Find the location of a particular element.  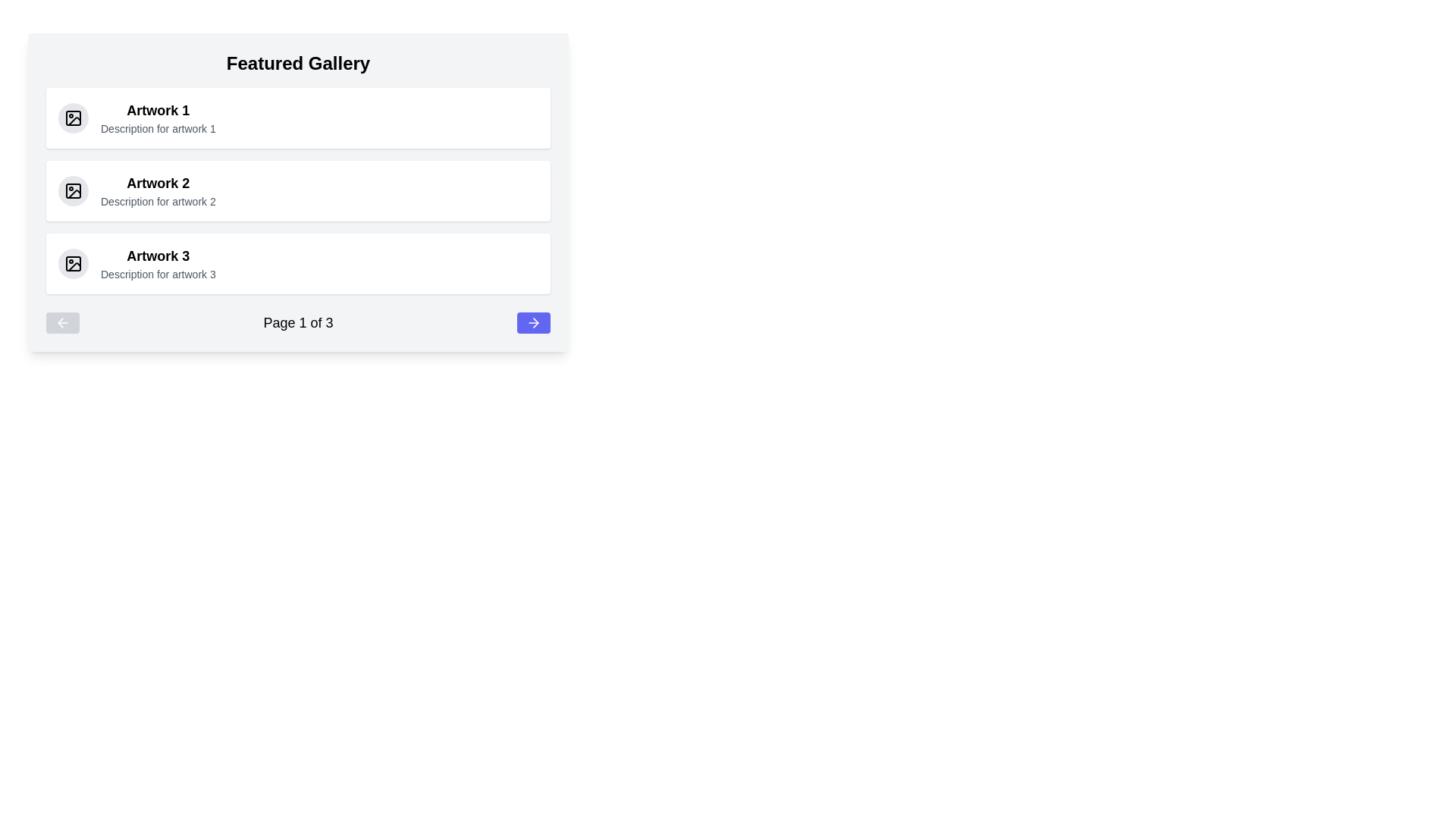

the title text label of the first artwork entry in the 'Featured Gallery' section is located at coordinates (158, 110).